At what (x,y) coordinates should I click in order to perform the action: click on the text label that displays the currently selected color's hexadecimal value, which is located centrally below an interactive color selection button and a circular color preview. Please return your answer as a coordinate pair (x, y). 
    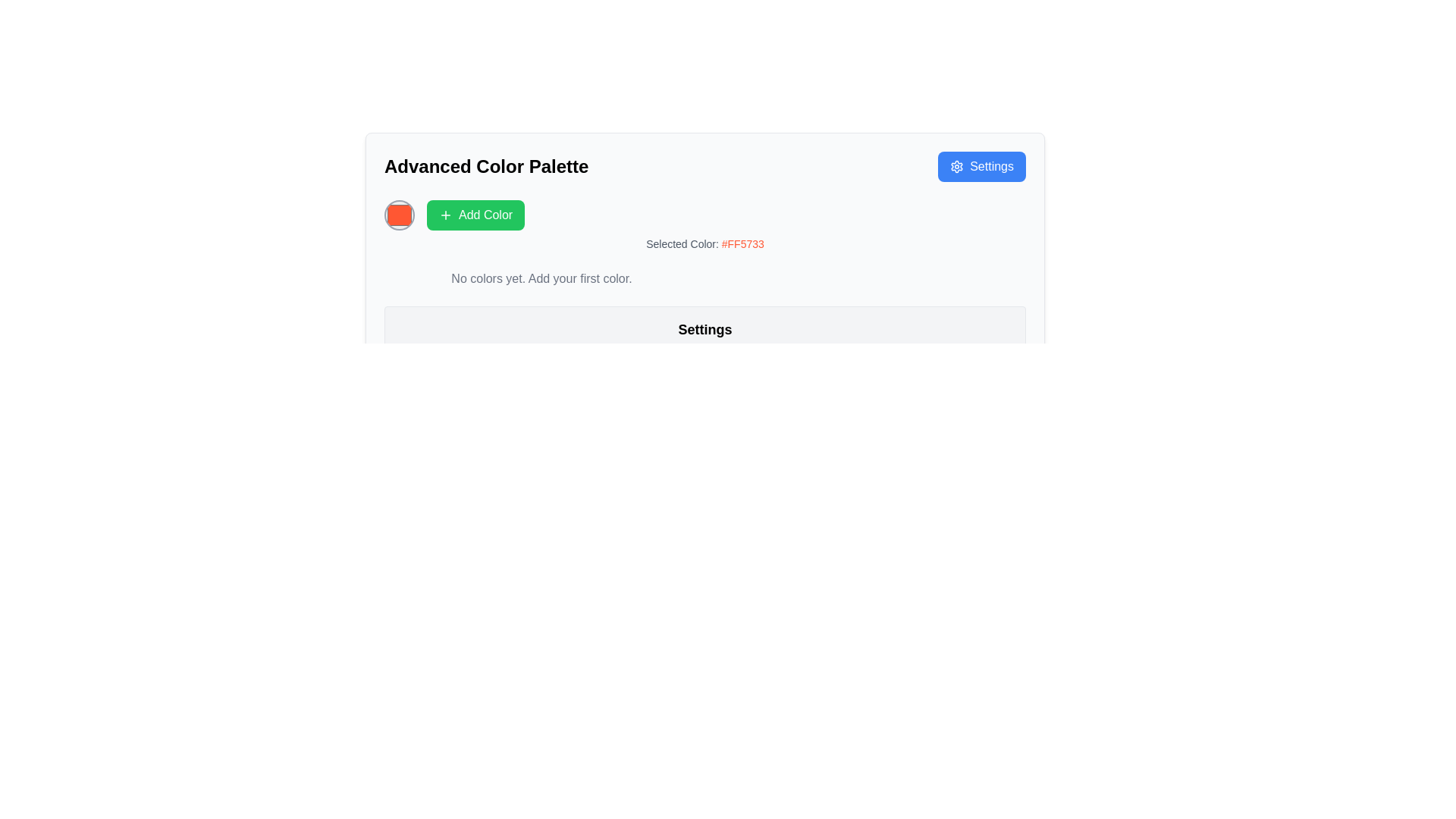
    Looking at the image, I should click on (704, 243).